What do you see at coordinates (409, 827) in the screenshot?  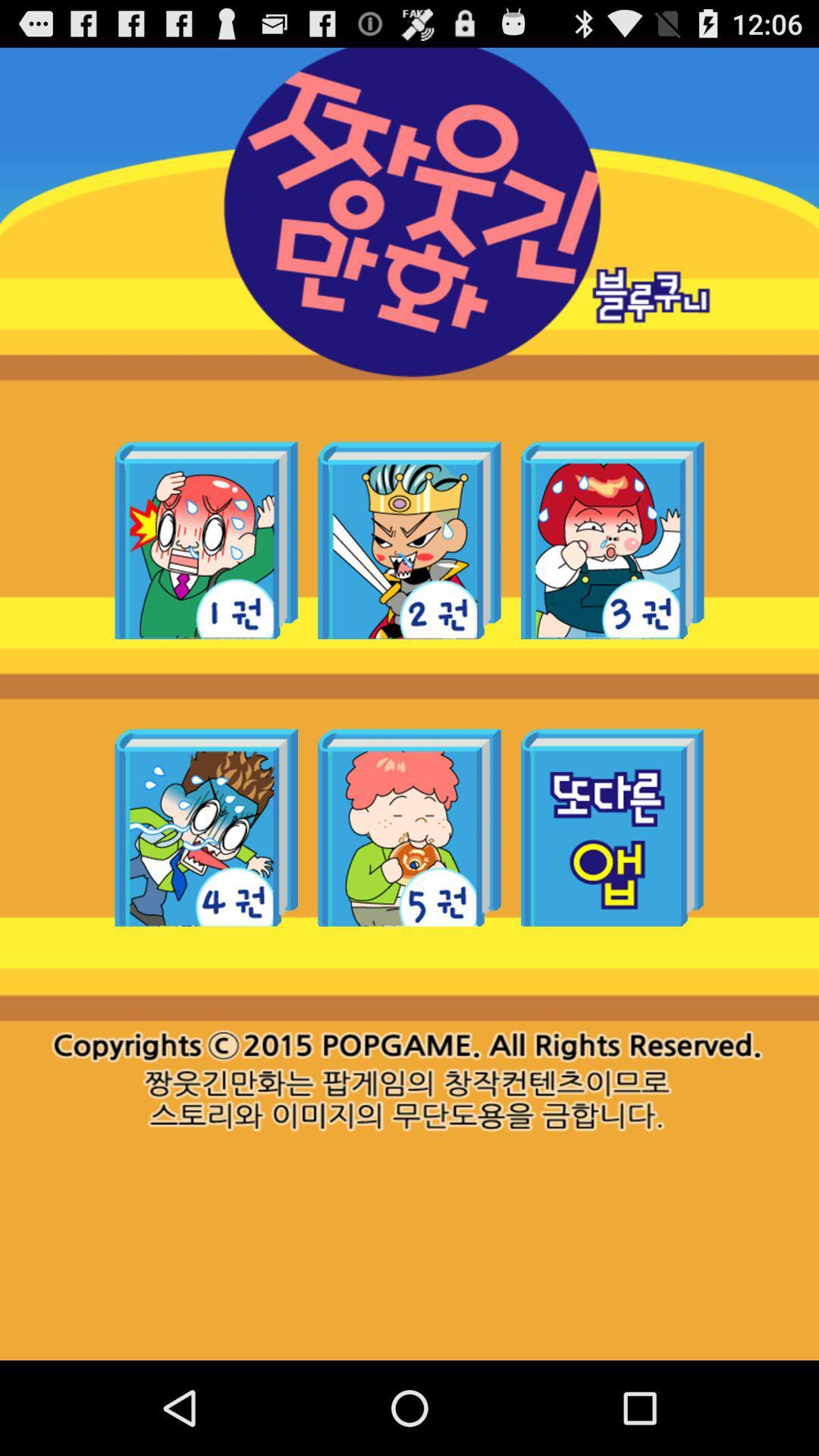 I see `into the 5th book` at bounding box center [409, 827].